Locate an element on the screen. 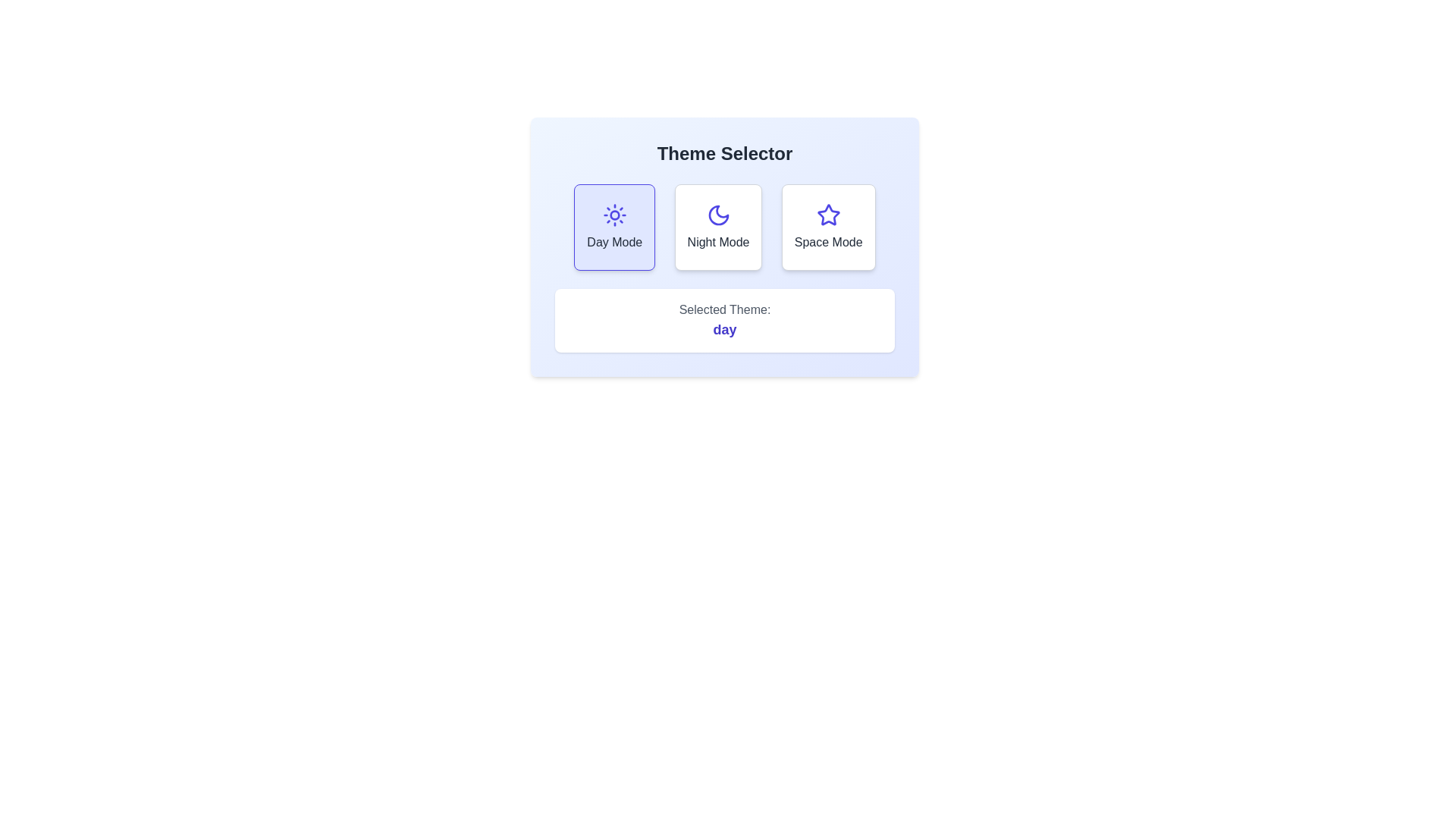 This screenshot has height=819, width=1456. the text label reading 'Day Mode' with a gray font, which is located below the circular sun icon in the first selectable theme option within a bordered and rounded square area is located at coordinates (614, 242).